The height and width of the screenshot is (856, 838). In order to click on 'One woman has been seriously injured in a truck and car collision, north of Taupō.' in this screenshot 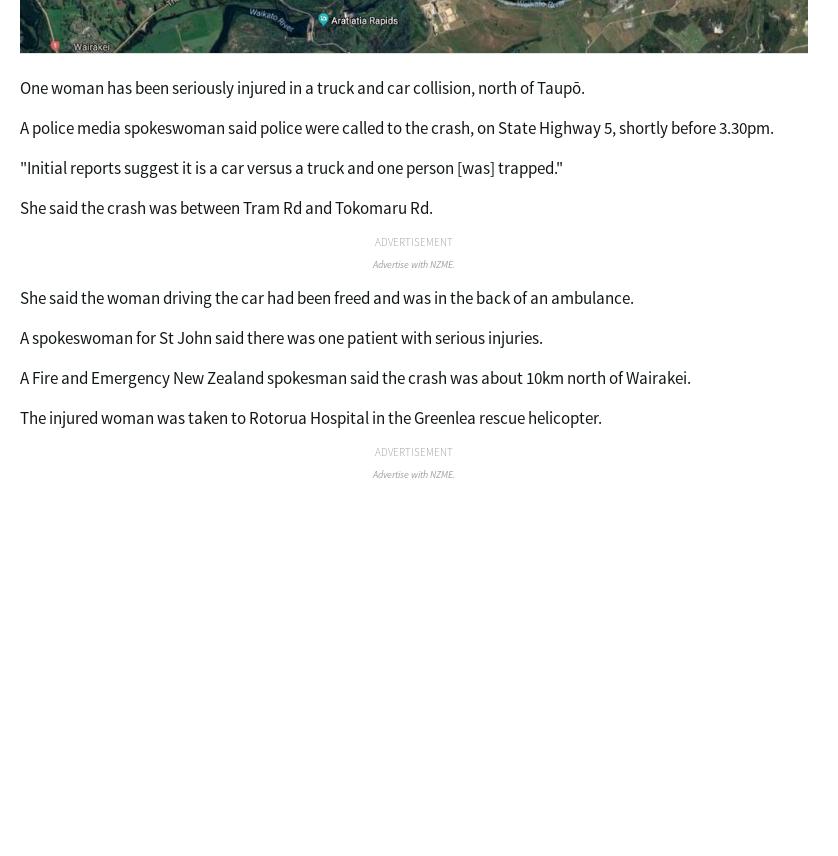, I will do `click(20, 87)`.